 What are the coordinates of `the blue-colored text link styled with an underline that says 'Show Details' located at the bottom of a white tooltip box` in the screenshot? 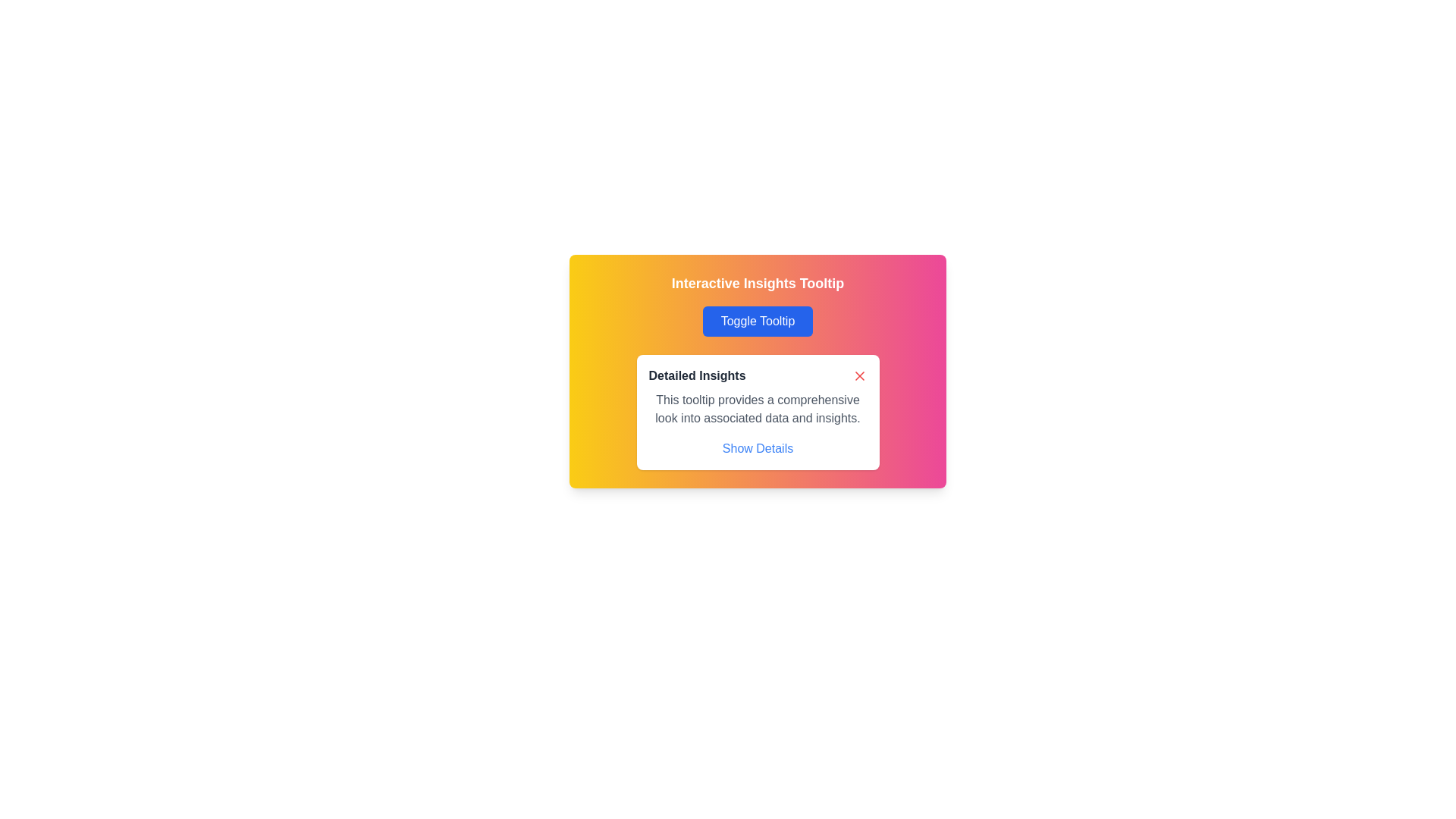 It's located at (758, 447).